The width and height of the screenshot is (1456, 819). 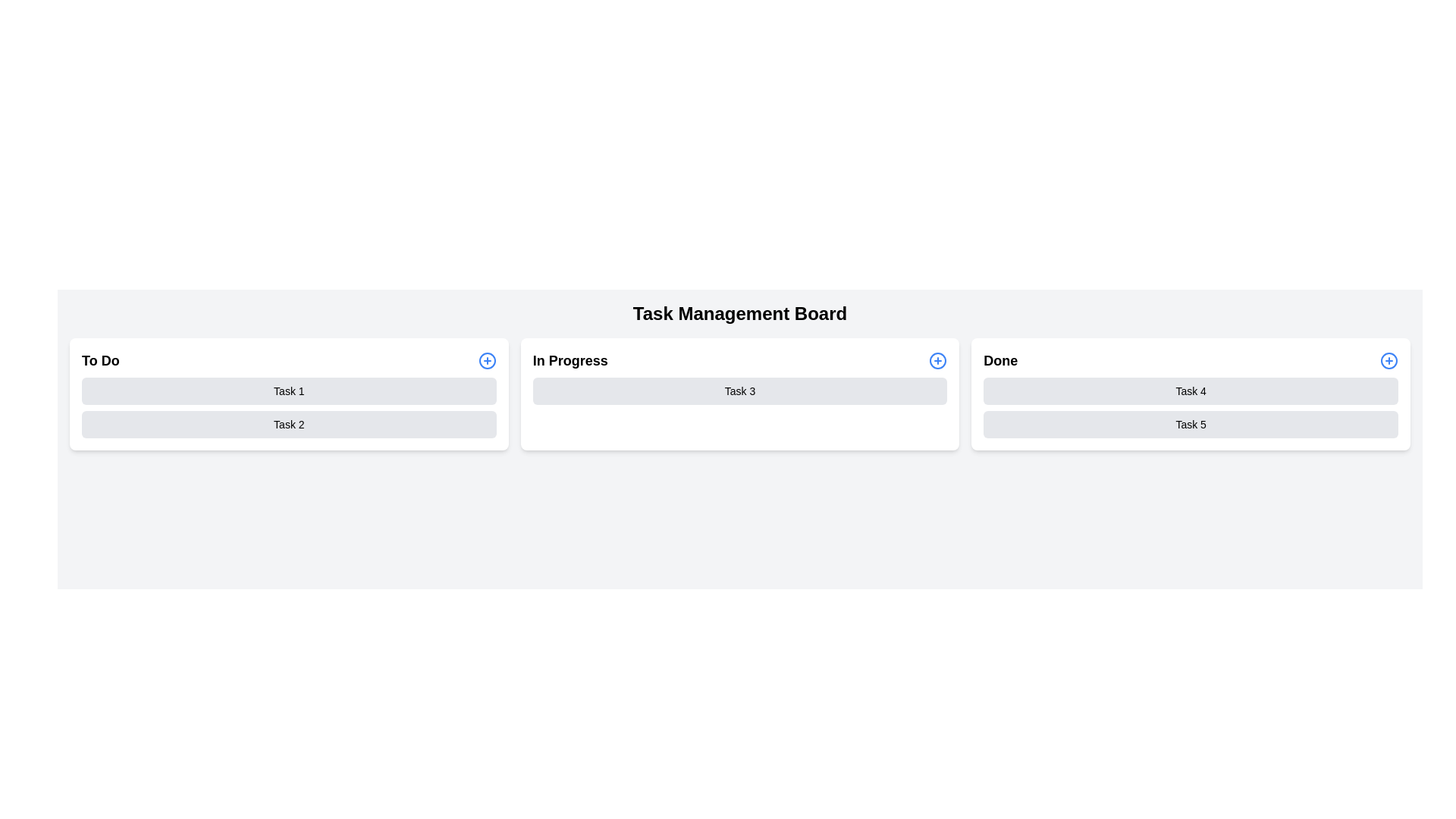 I want to click on the blue circular '+' icon located in the top-right corner of the 'Done' section header, so click(x=1389, y=360).